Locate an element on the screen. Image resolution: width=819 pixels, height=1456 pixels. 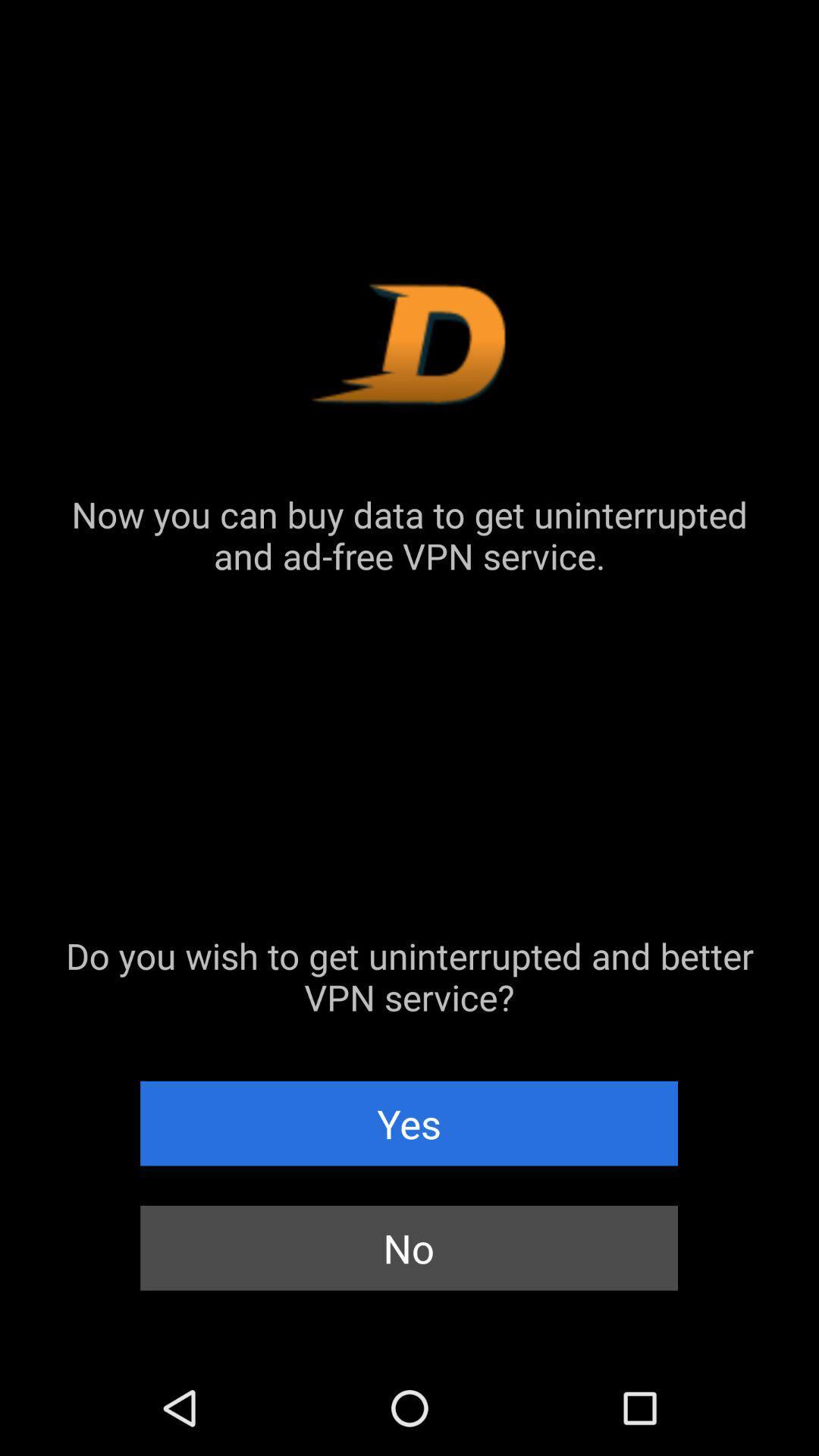
yes icon is located at coordinates (408, 1123).